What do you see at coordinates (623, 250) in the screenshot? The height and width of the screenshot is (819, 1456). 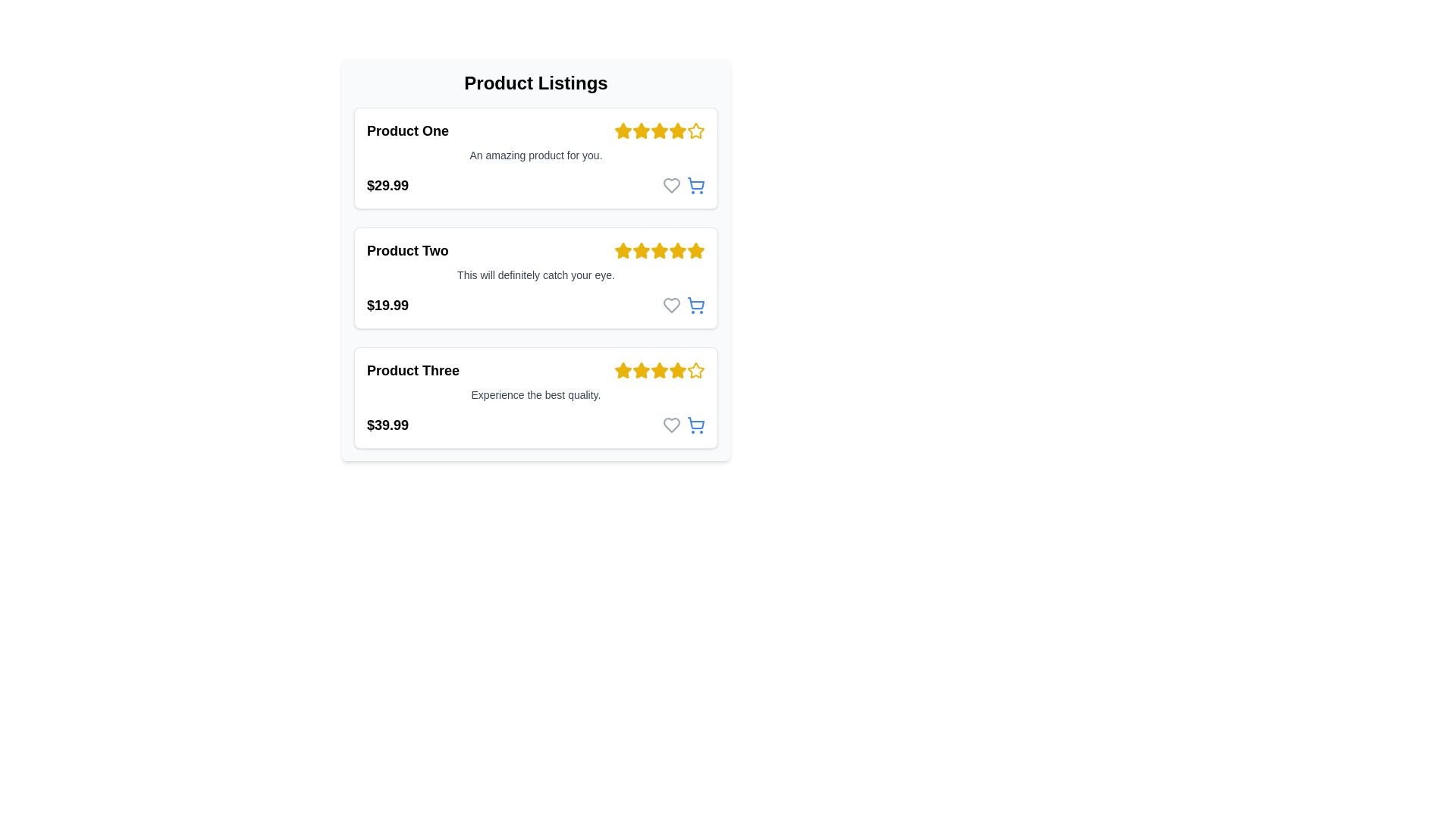 I see `the first star icon in the rating section for 'Product Two' in the second product card to rate it` at bounding box center [623, 250].